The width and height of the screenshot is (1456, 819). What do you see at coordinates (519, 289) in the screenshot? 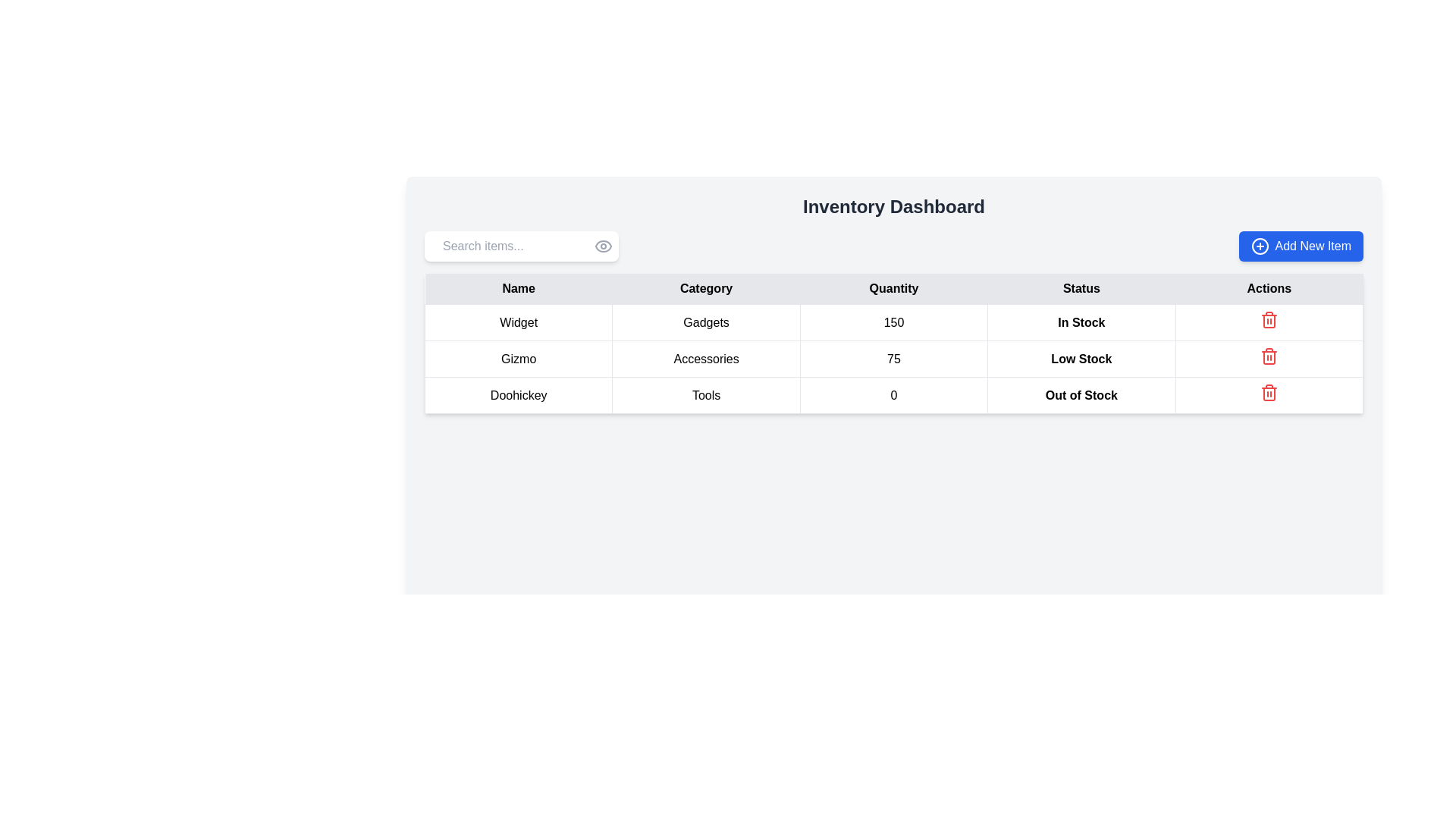
I see `the 'Name' text label, which is a medium-sized label in bold black font on a light gray background, located at the top-left of a table and the first in a sequence of headers` at bounding box center [519, 289].